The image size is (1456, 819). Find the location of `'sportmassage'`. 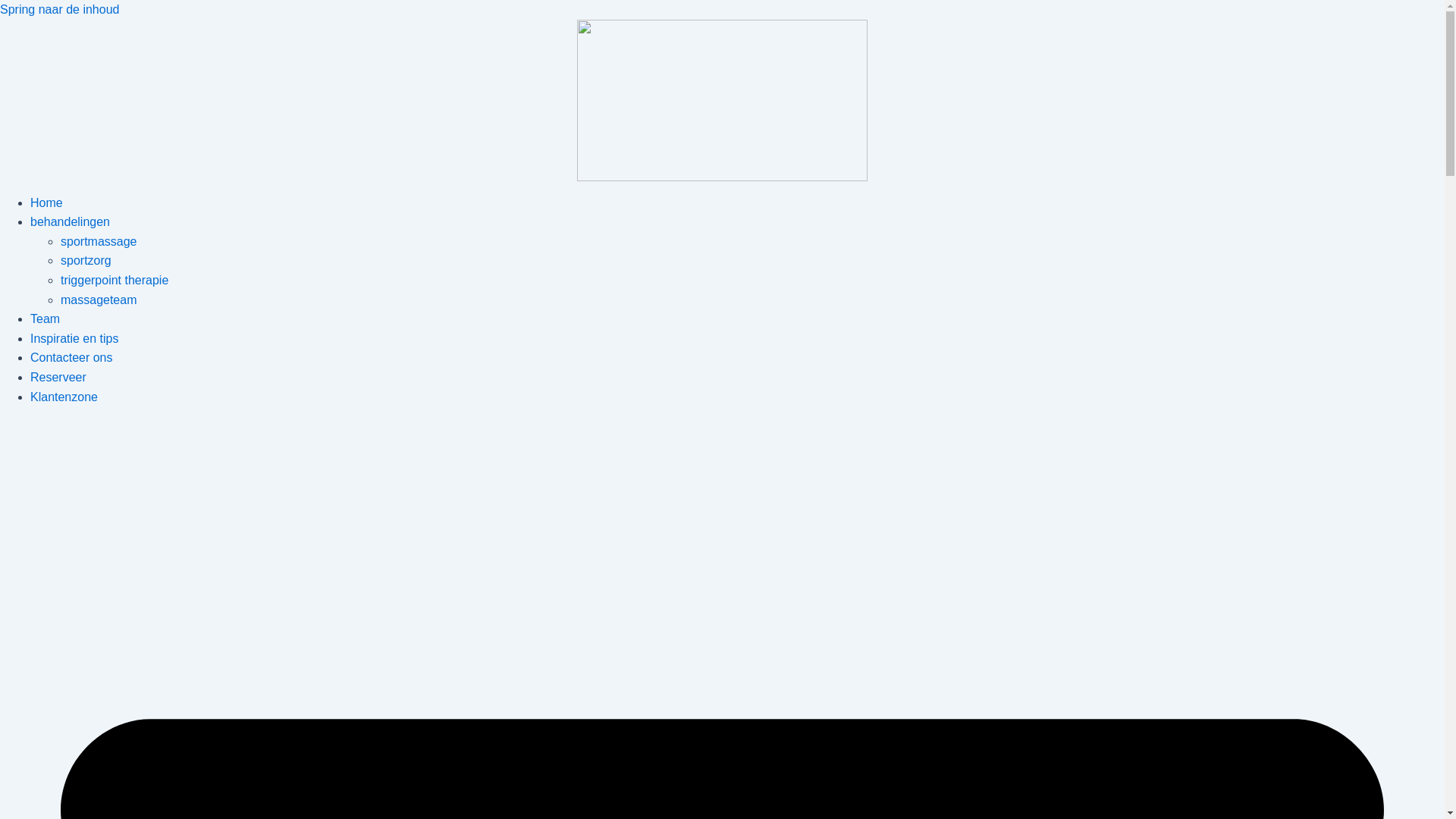

'sportmassage' is located at coordinates (98, 240).